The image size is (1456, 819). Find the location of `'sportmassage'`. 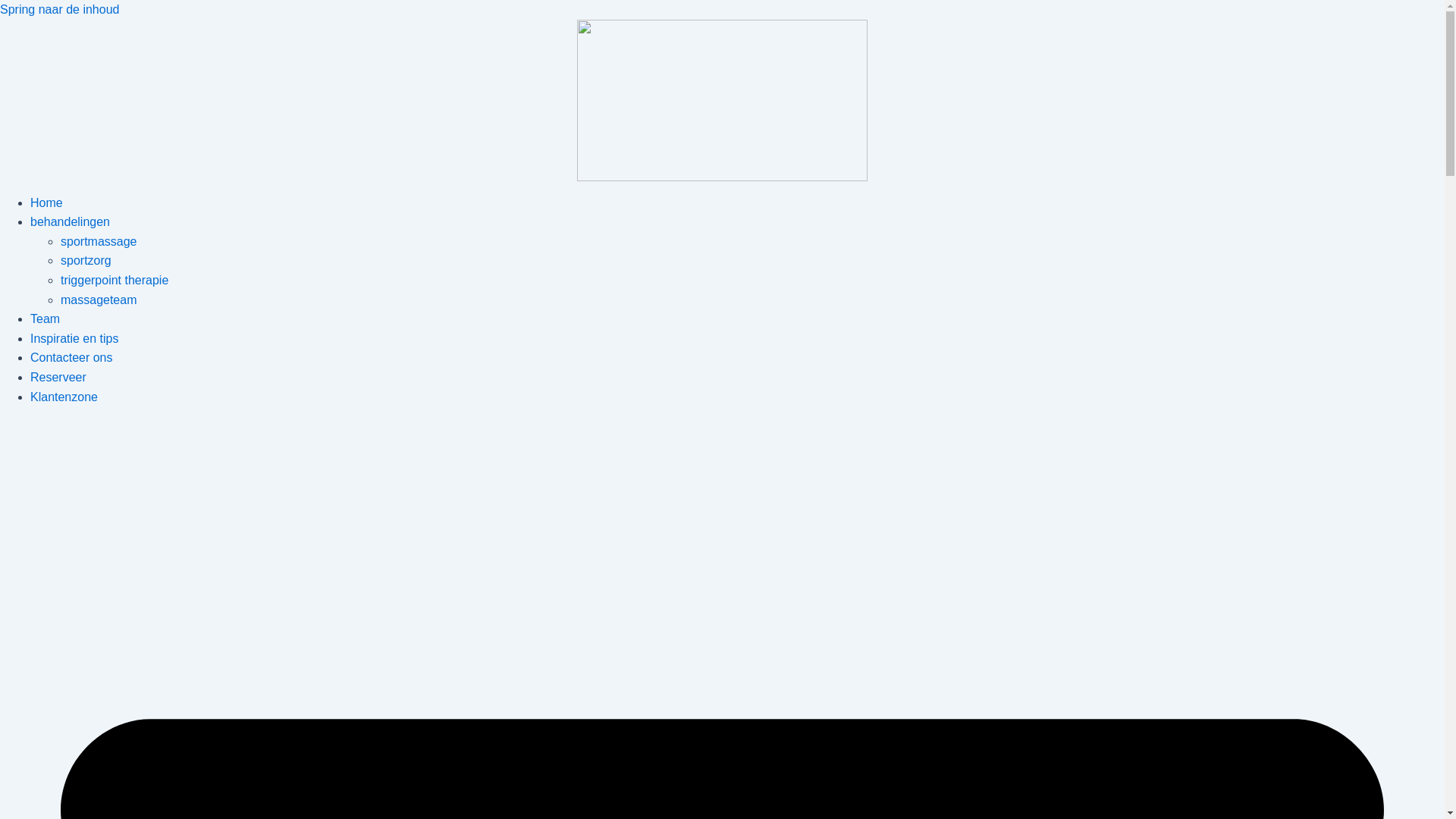

'sportmassage' is located at coordinates (98, 240).